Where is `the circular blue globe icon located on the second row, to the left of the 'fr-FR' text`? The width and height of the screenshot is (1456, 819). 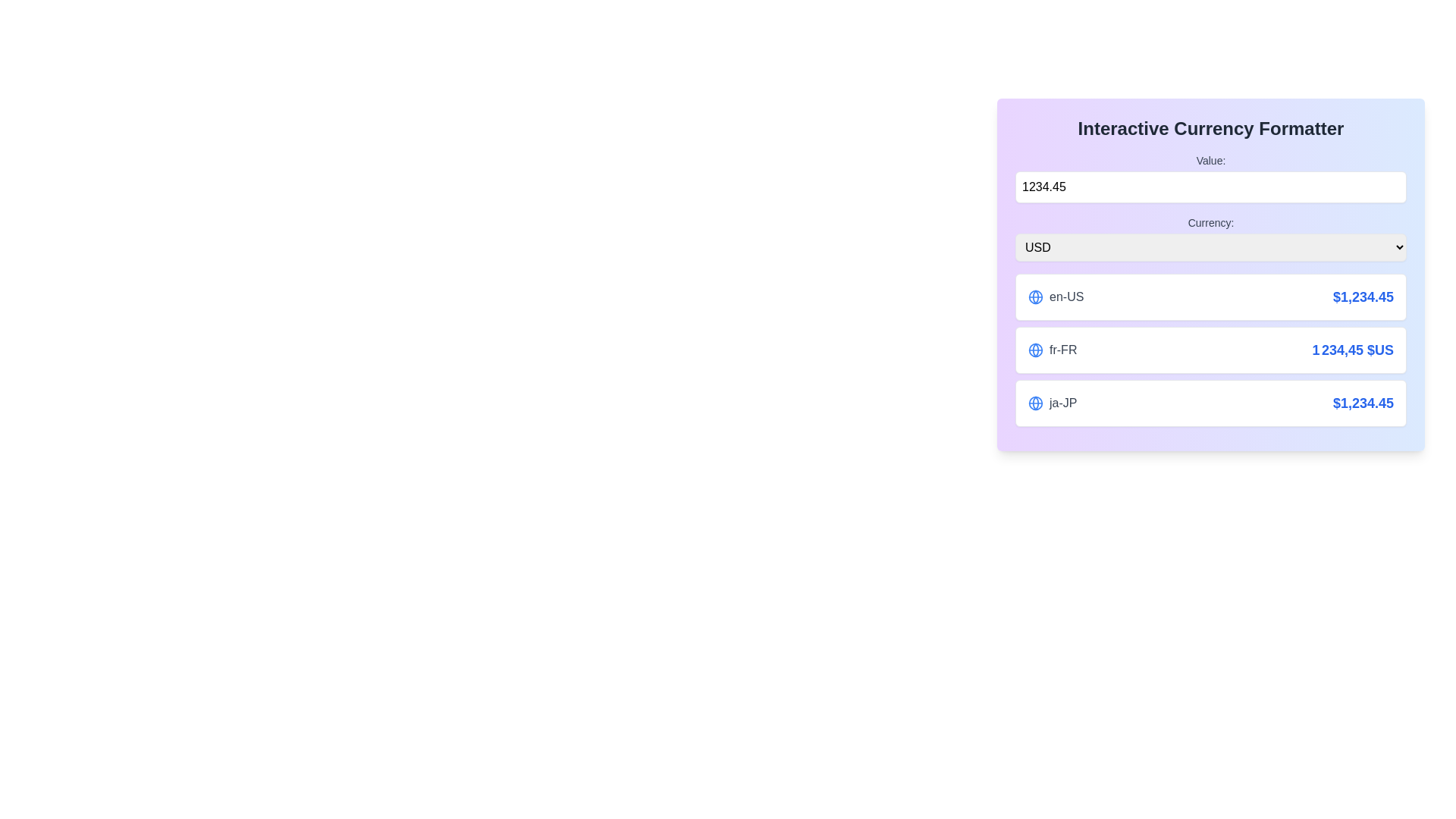
the circular blue globe icon located on the second row, to the left of the 'fr-FR' text is located at coordinates (1035, 350).